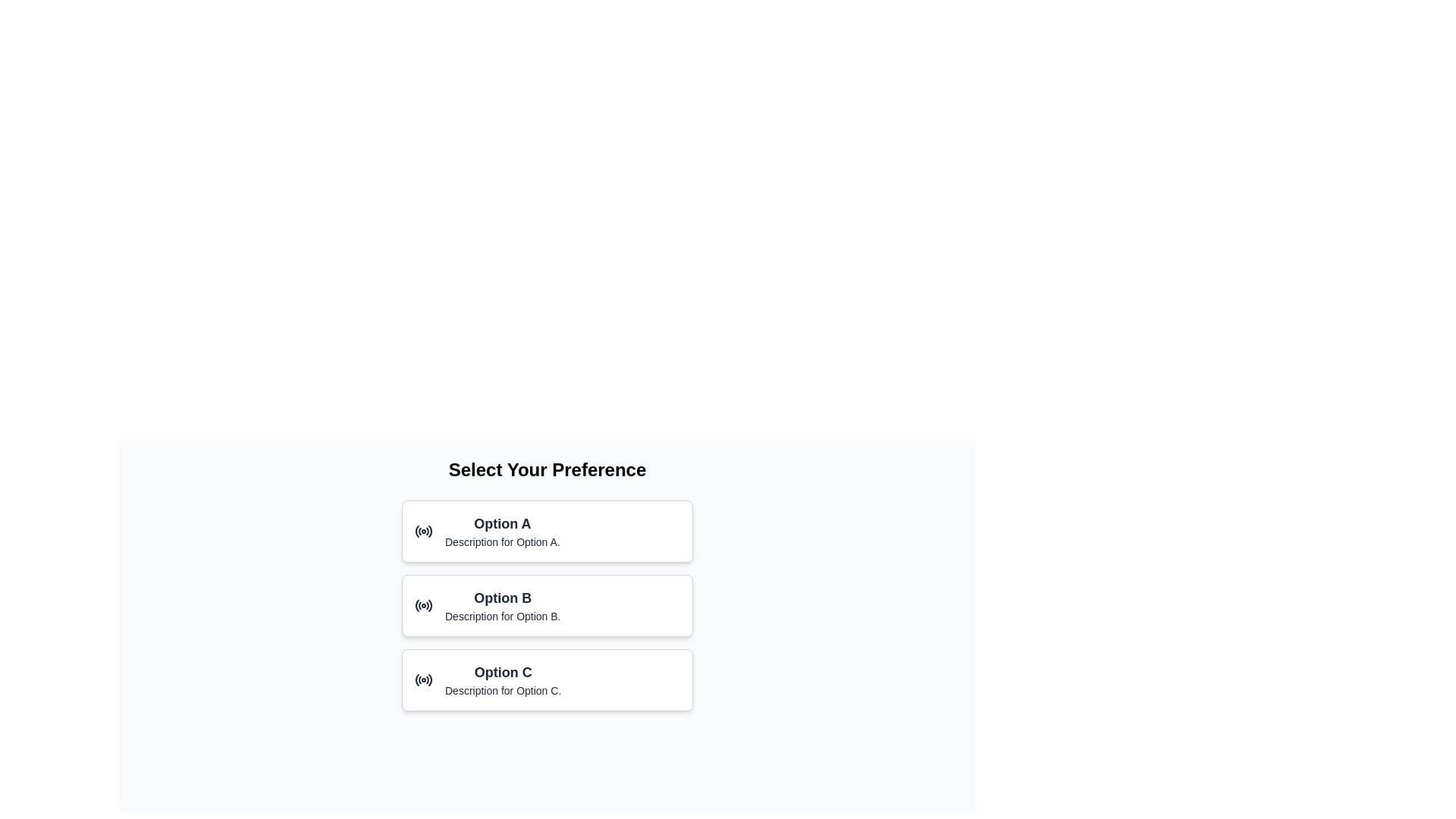  I want to click on the text label displaying 'Option A', which is styled in bold and is positioned at the top-center of the first selection card in a vertical list, so click(502, 522).